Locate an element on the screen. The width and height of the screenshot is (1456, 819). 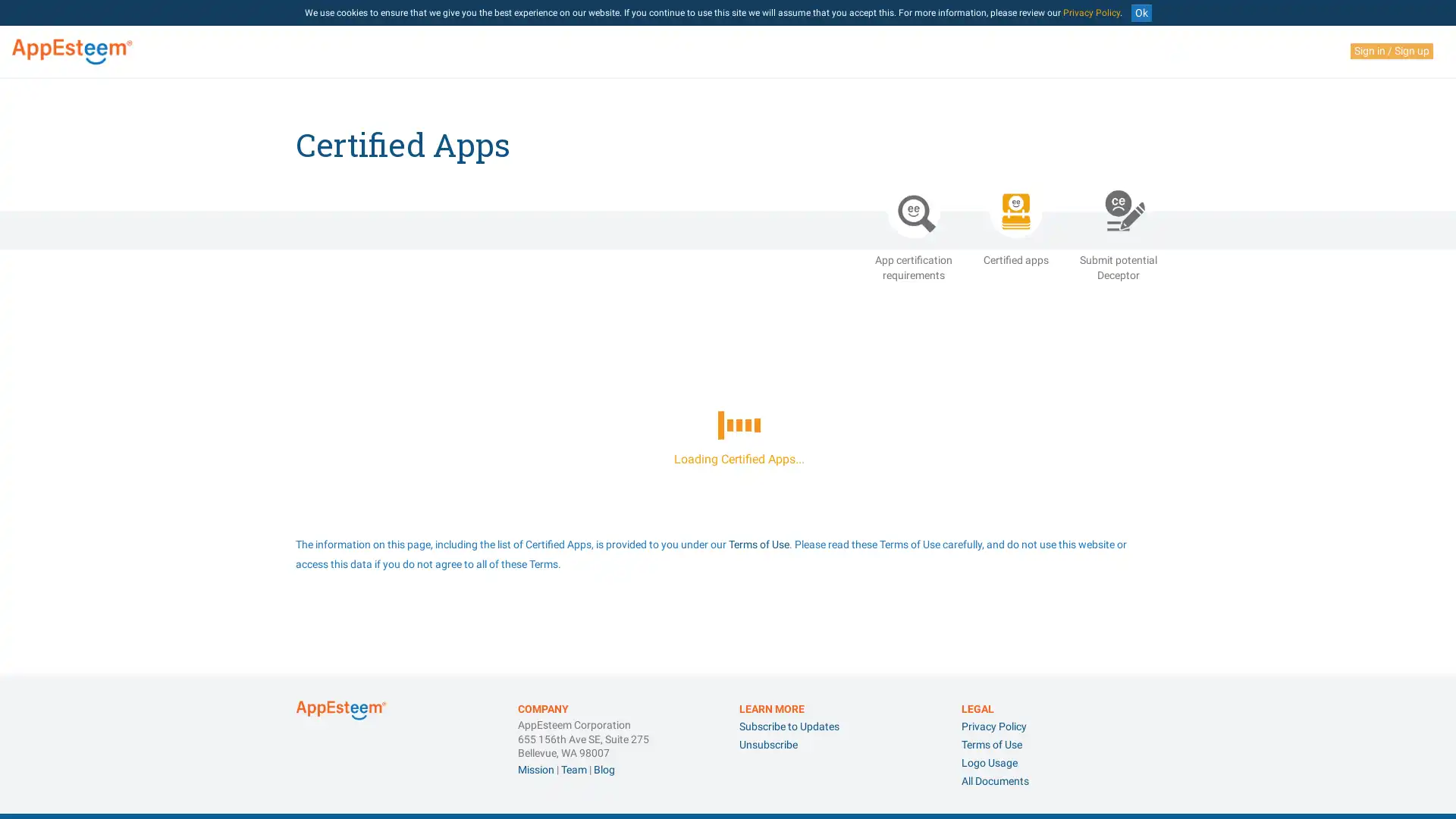
Search is located at coordinates (1132, 504).